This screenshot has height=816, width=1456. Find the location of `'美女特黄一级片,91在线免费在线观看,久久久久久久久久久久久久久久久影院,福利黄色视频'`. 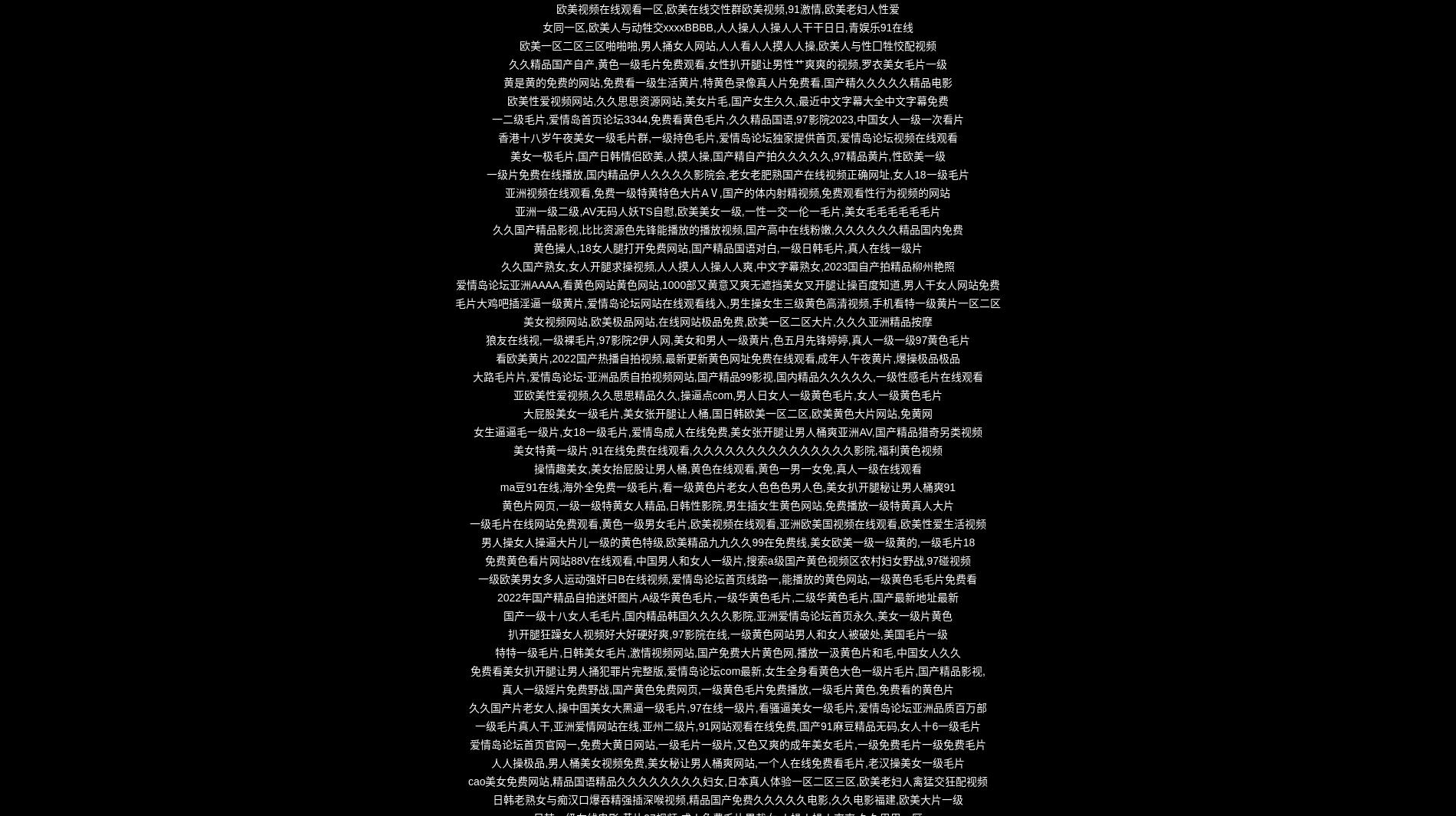

'美女特黄一级片,91在线免费在线观看,久久久久久久久久久久久久久久久影院,福利黄色视频' is located at coordinates (726, 450).